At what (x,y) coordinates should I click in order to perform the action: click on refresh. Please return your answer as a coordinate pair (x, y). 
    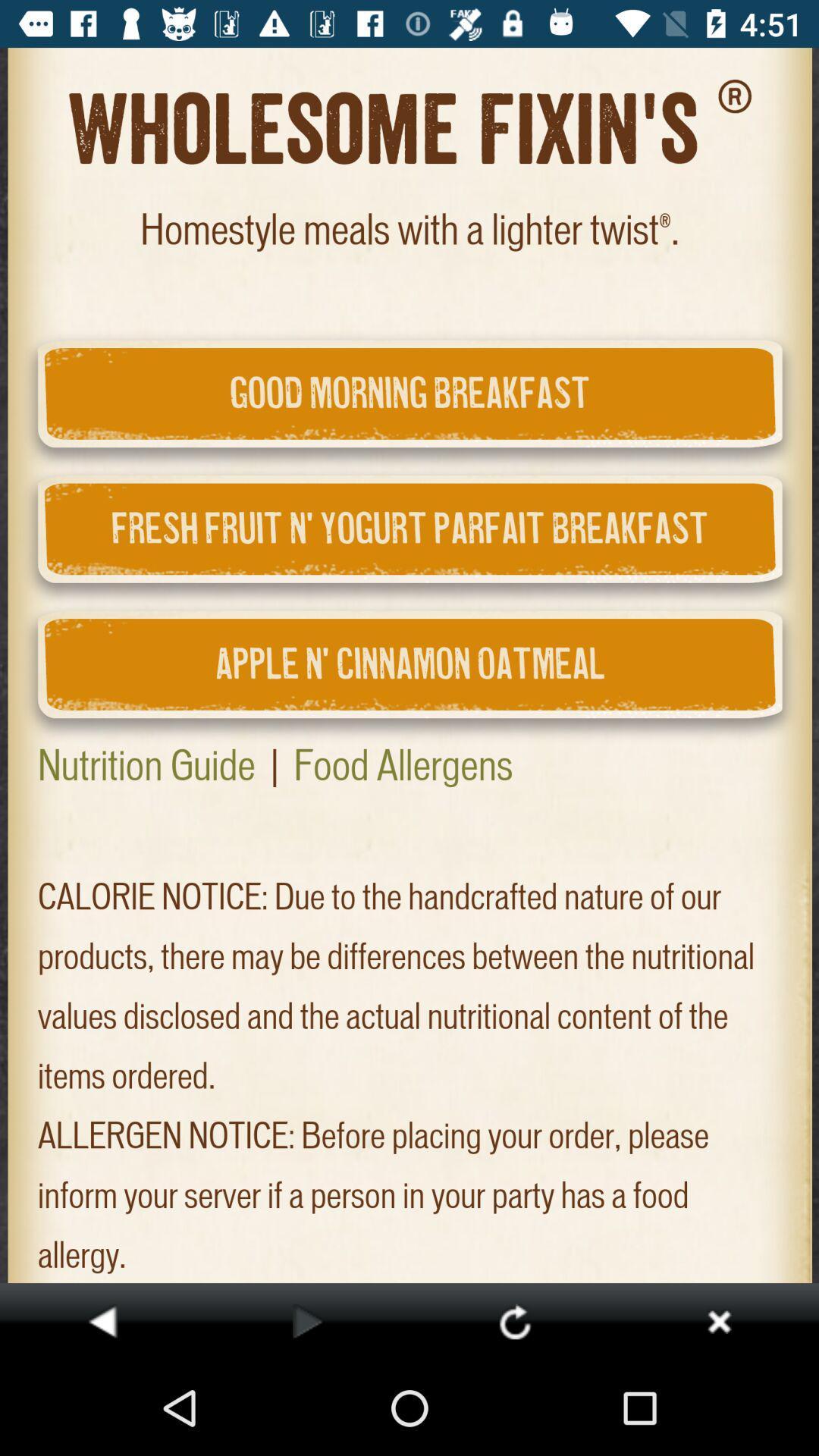
    Looking at the image, I should click on (514, 1320).